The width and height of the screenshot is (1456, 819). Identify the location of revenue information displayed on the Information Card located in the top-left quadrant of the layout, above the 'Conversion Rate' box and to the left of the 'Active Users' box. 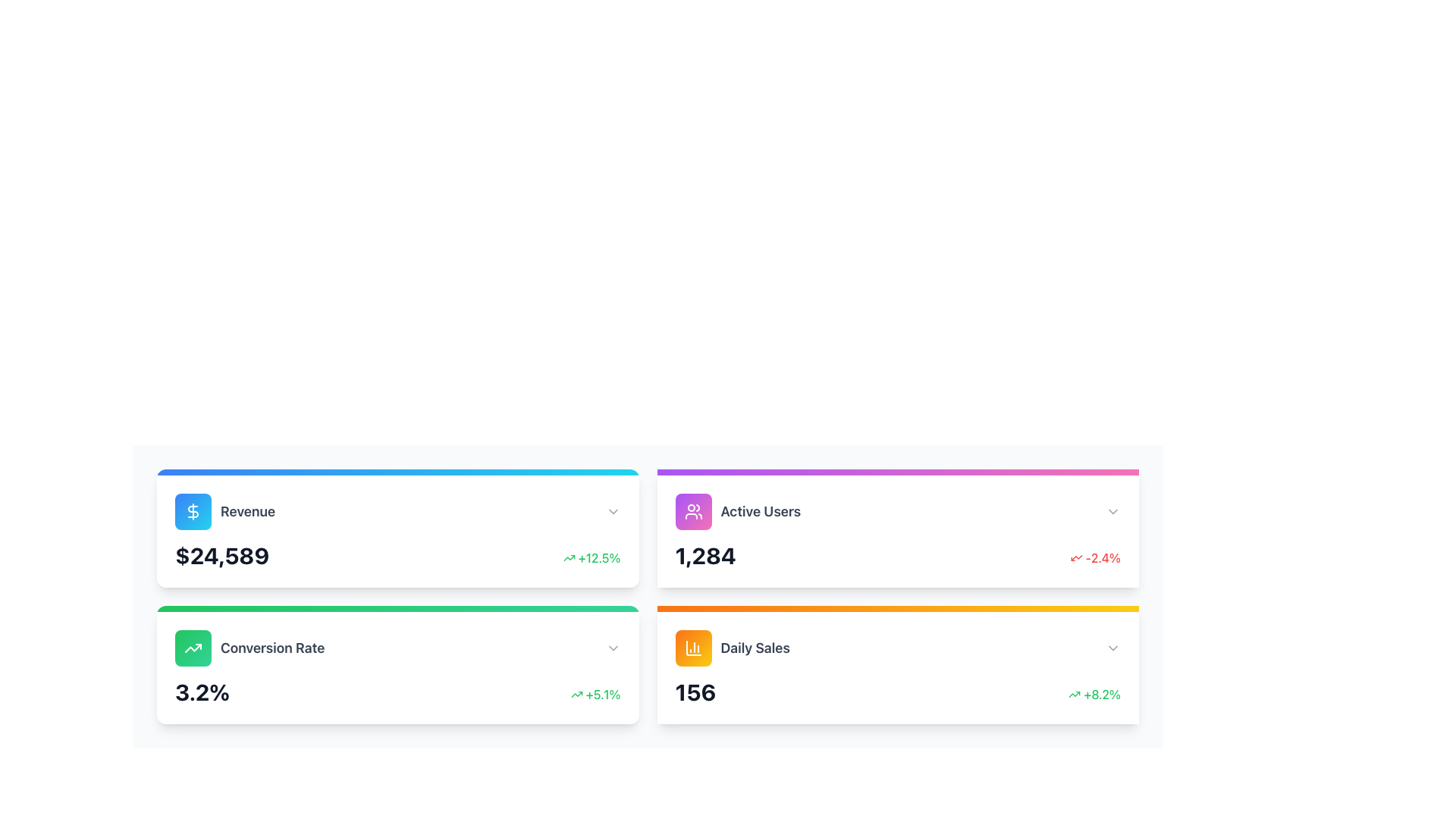
(397, 531).